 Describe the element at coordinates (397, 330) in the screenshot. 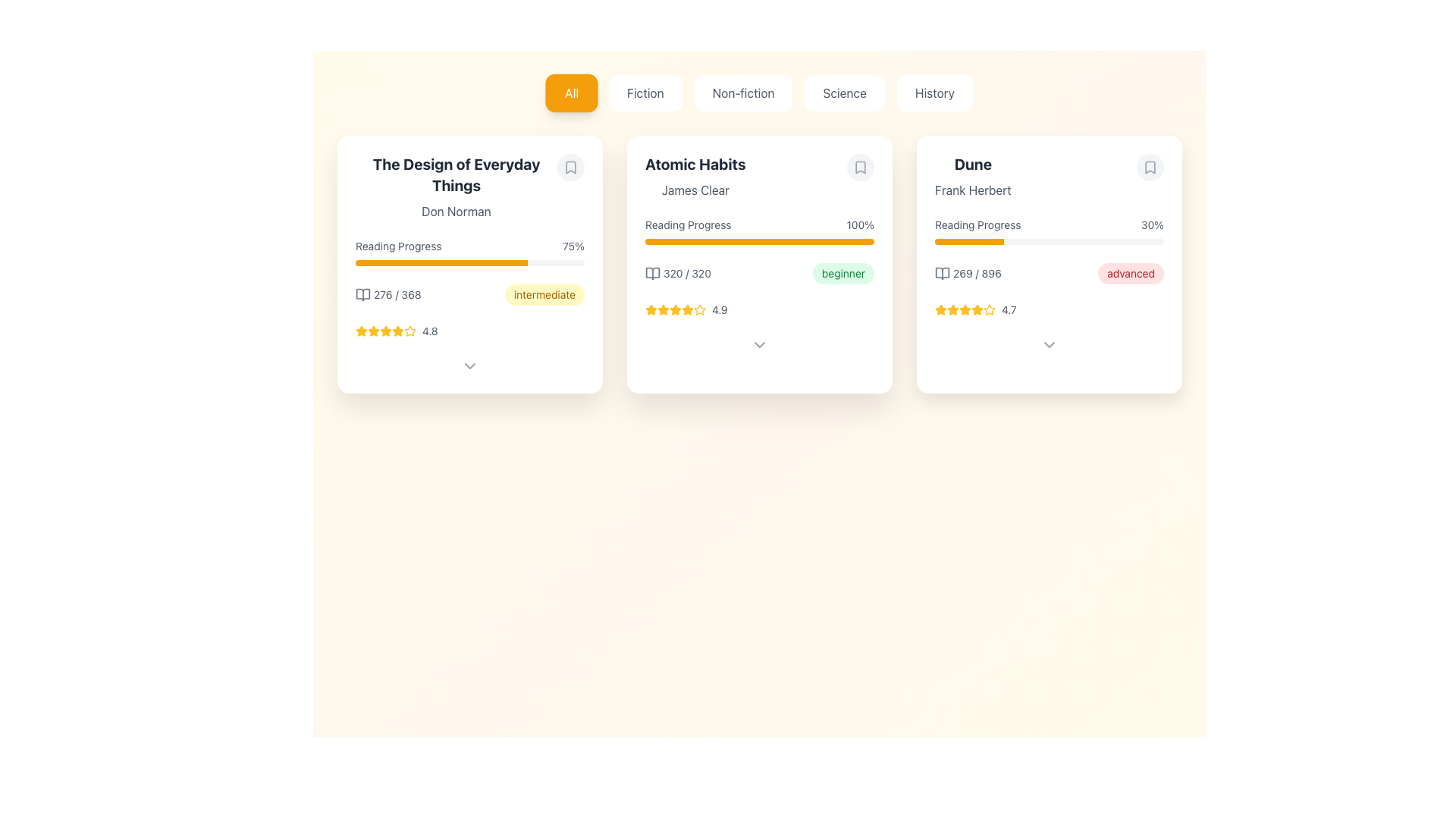

I see `the third star icon in the five-star rating system located in the ratings section of the card titled 'The Design of Everyday Things'` at that location.